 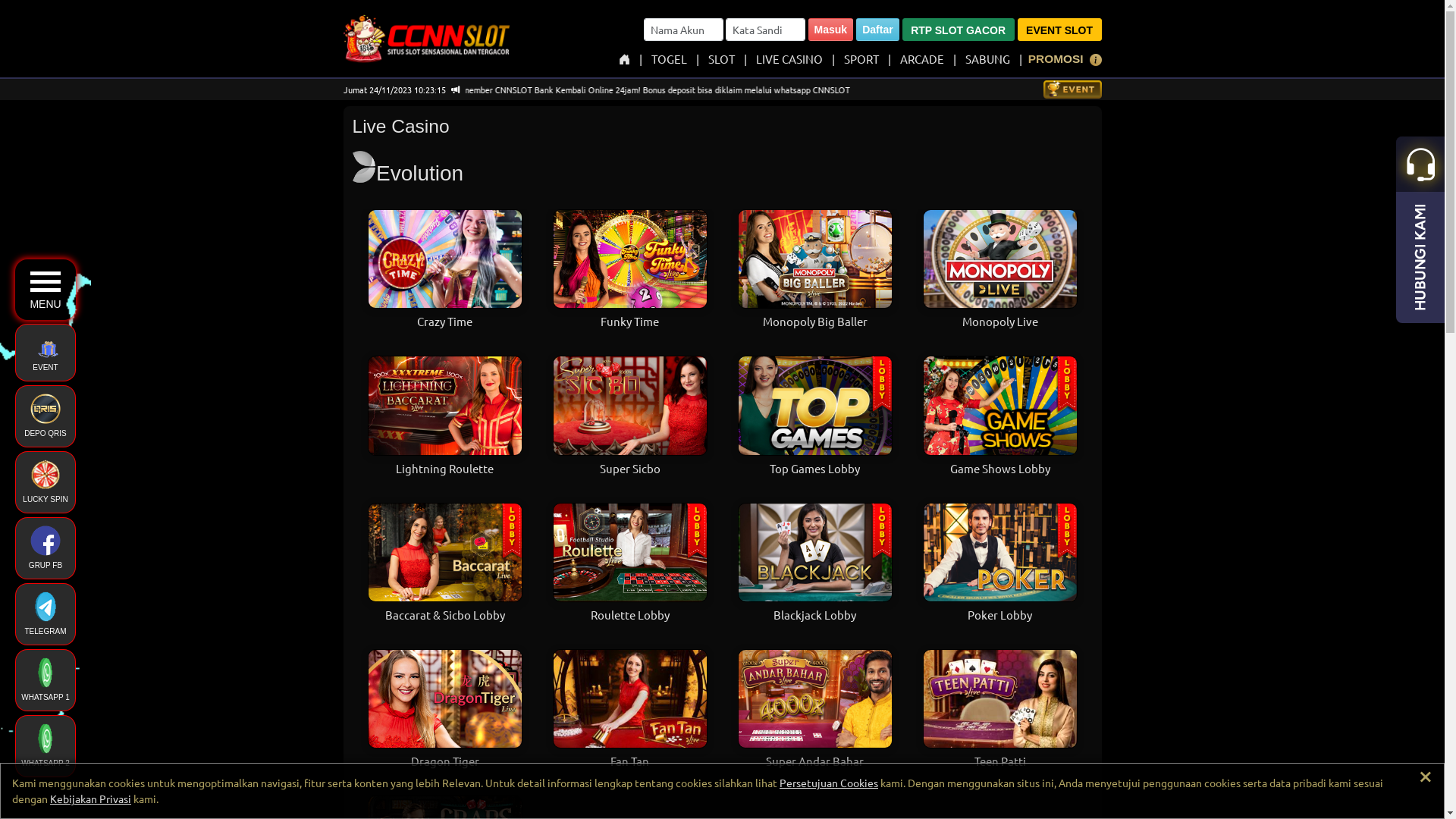 I want to click on 'EVENT SLOT', so click(x=1018, y=29).